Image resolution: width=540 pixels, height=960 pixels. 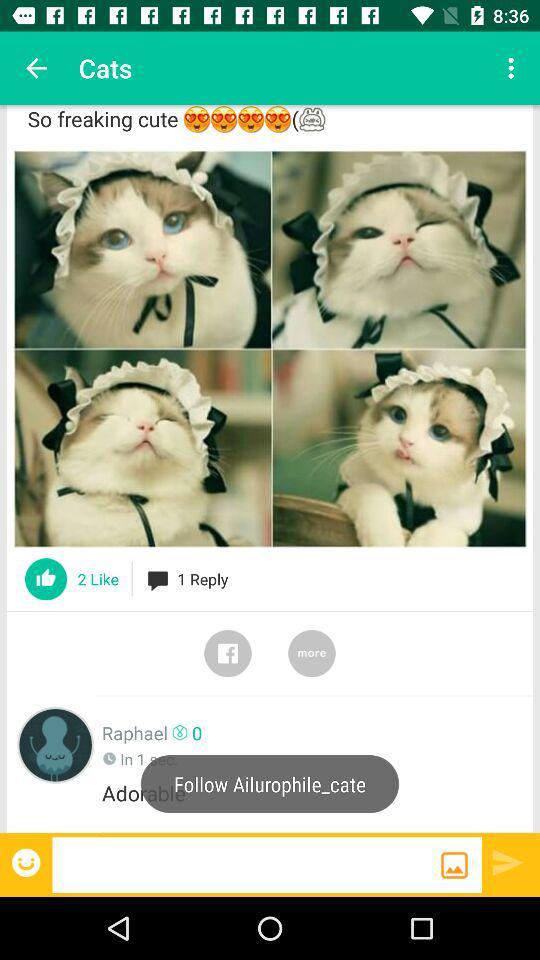 I want to click on like the album, so click(x=46, y=579).